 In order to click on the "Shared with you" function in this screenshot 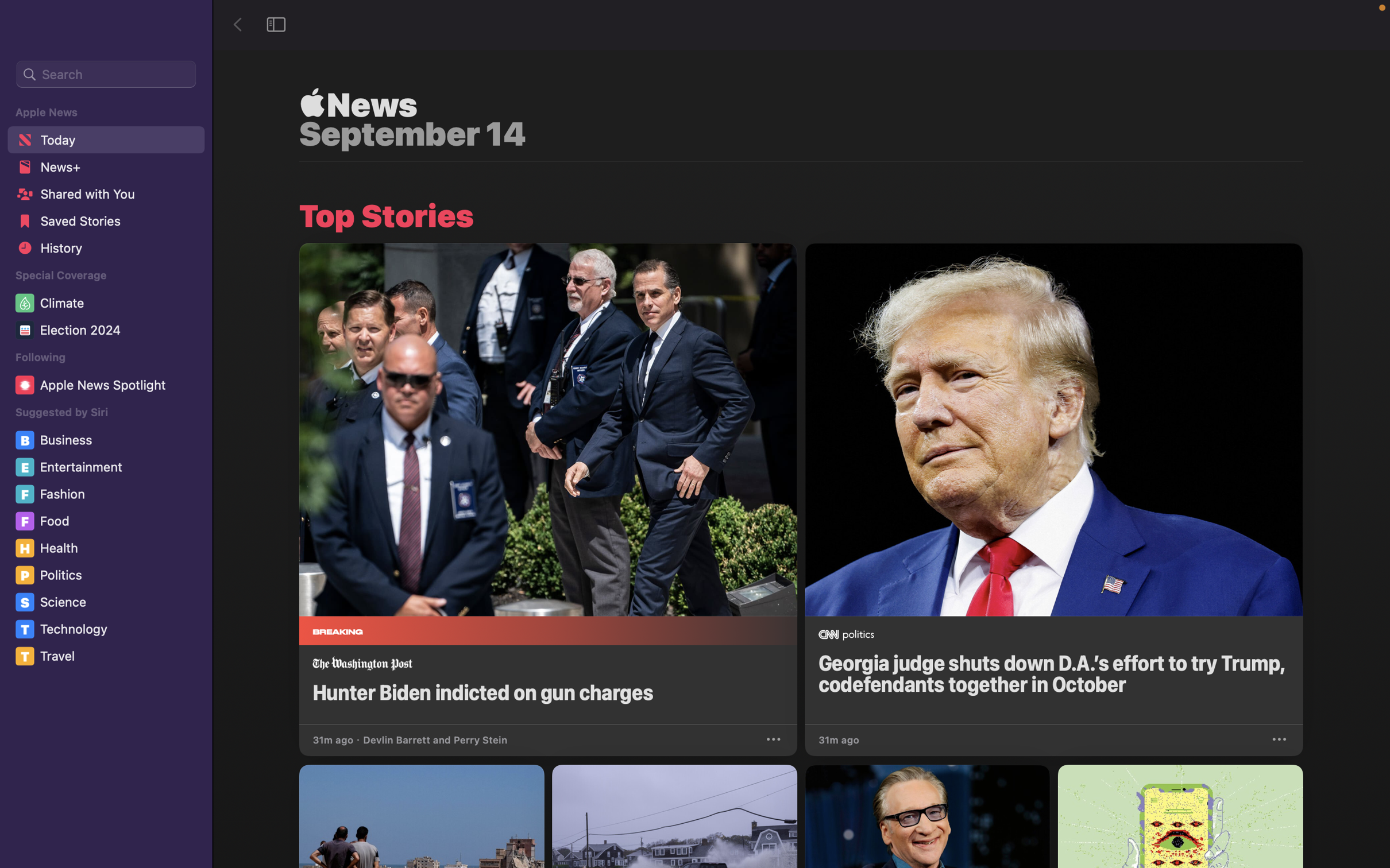, I will do `click(104, 197)`.